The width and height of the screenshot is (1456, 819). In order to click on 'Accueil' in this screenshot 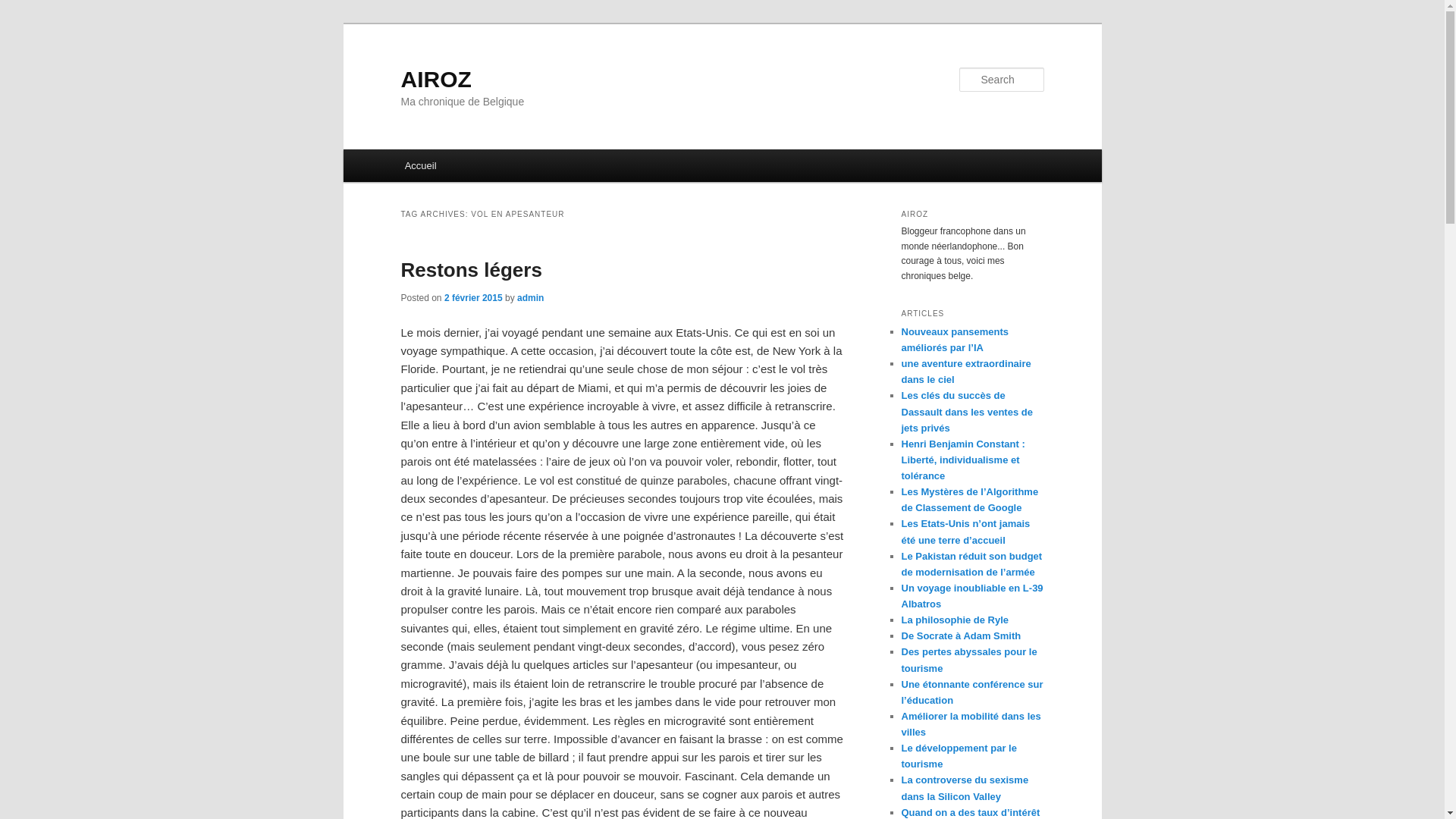, I will do `click(420, 165)`.